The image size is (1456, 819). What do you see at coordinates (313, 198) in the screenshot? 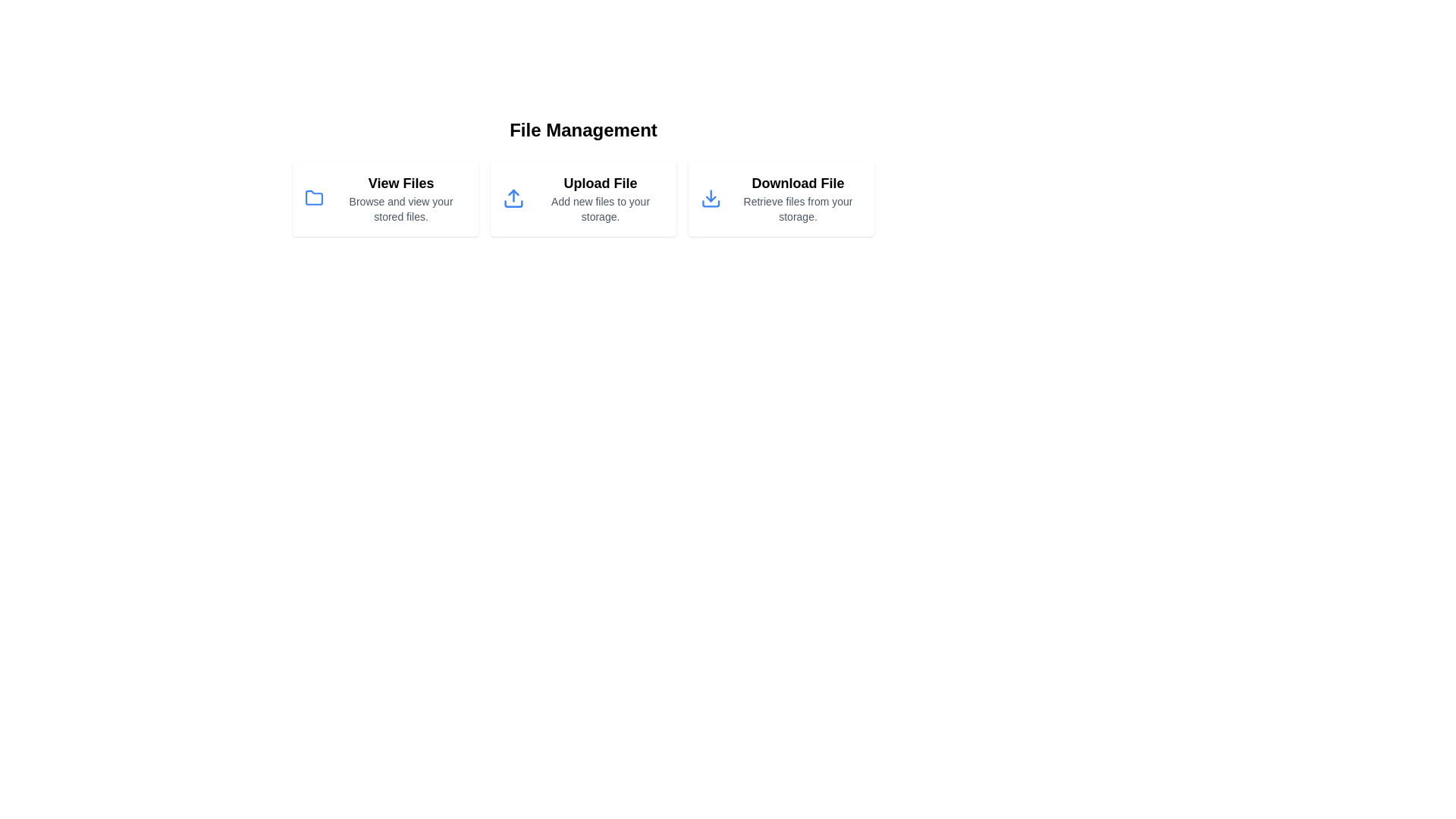
I see `the folder icon located in the 'View Files' section, which is the leftmost box in a set of three boxes for file management, preceding the title and subtitle texts` at bounding box center [313, 198].